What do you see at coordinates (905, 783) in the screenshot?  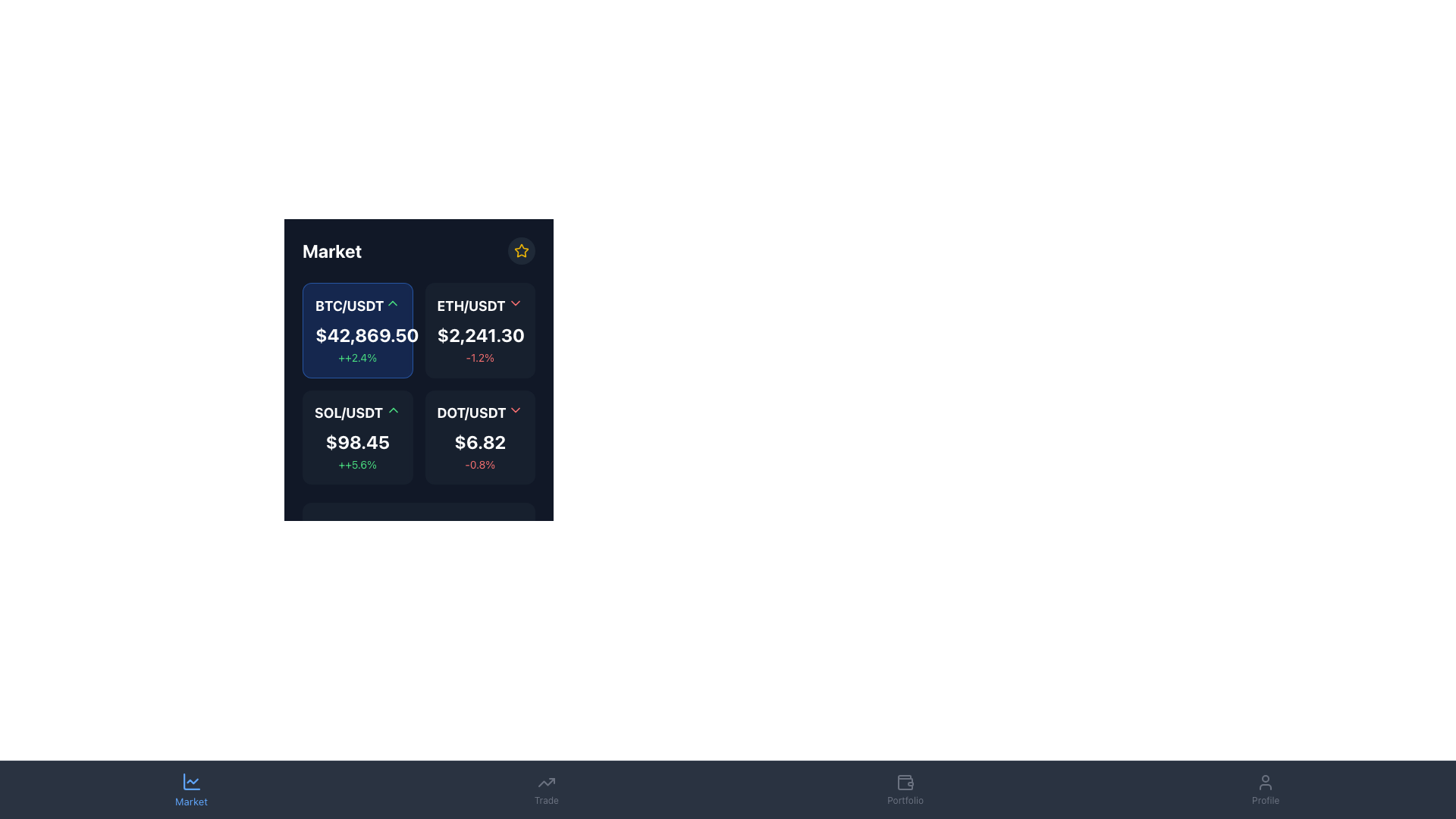 I see `the lower part of the wallet icon labeled 'Portfolio' in the navigation bar` at bounding box center [905, 783].